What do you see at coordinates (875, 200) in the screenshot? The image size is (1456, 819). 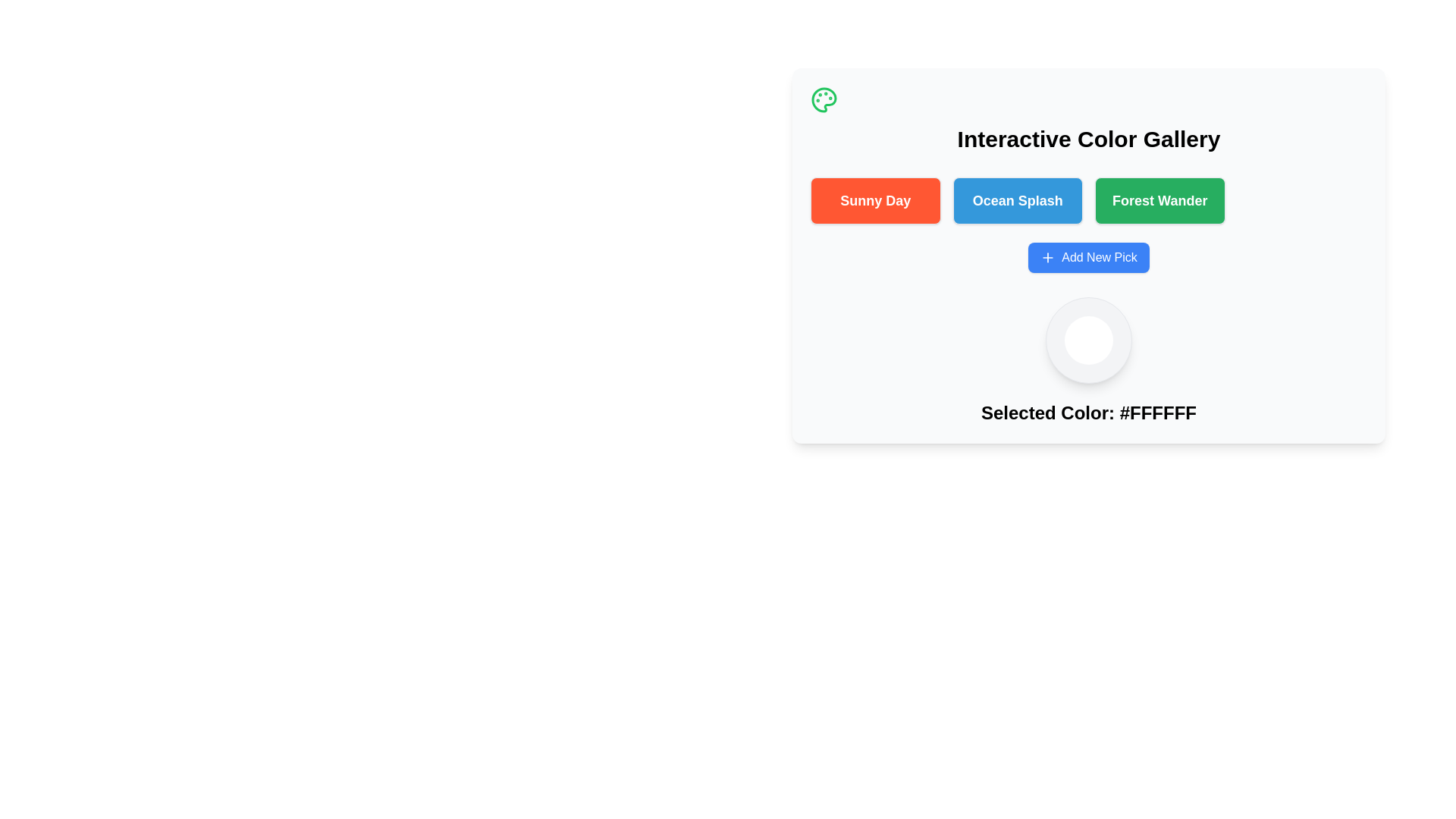 I see `the text element displaying 'Sunny Day' in bold white font on a vibrant orange background, which is positioned in the top left section of the interactive area` at bounding box center [875, 200].